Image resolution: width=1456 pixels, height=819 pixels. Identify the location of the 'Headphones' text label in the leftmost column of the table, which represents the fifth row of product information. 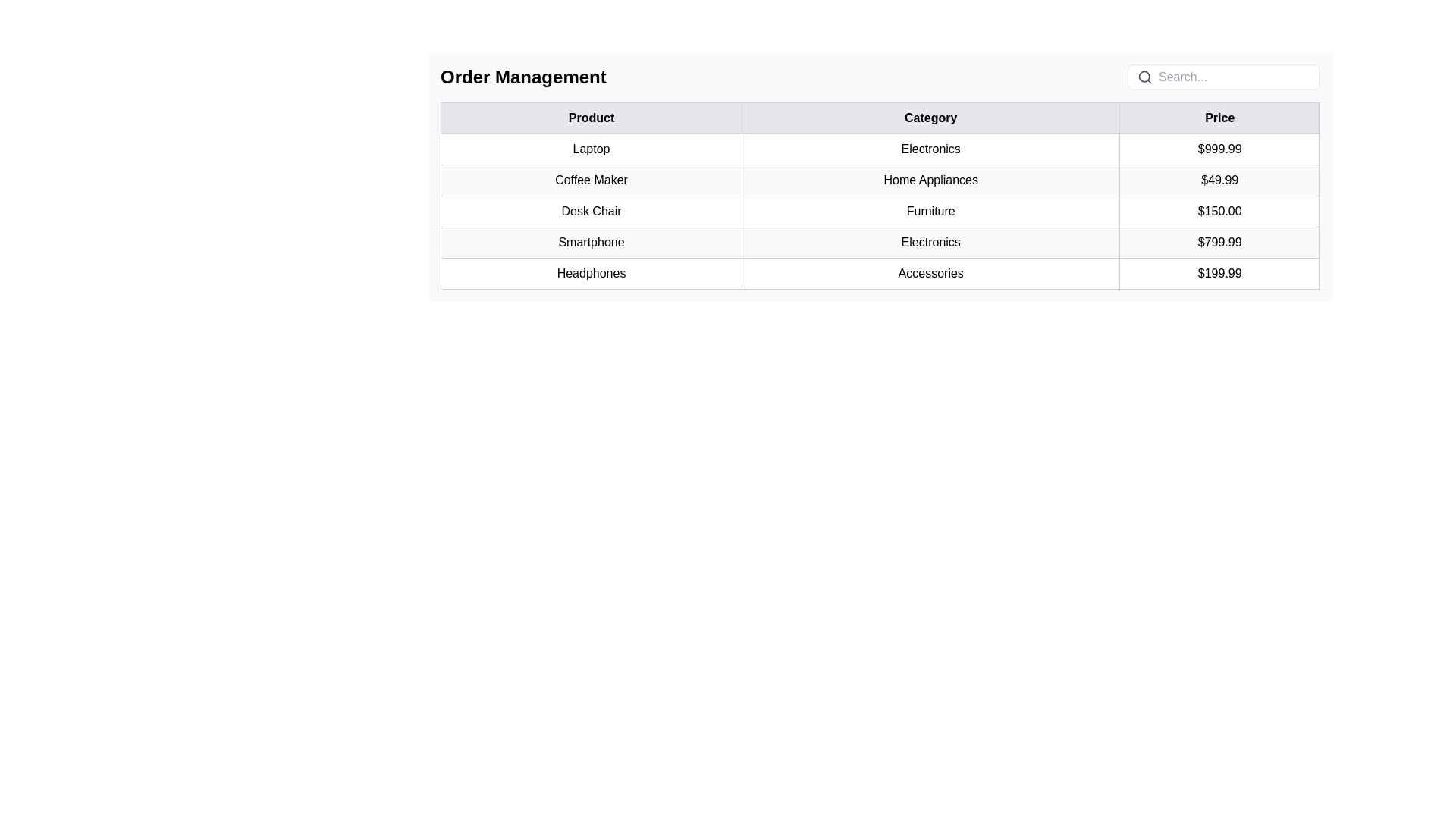
(591, 274).